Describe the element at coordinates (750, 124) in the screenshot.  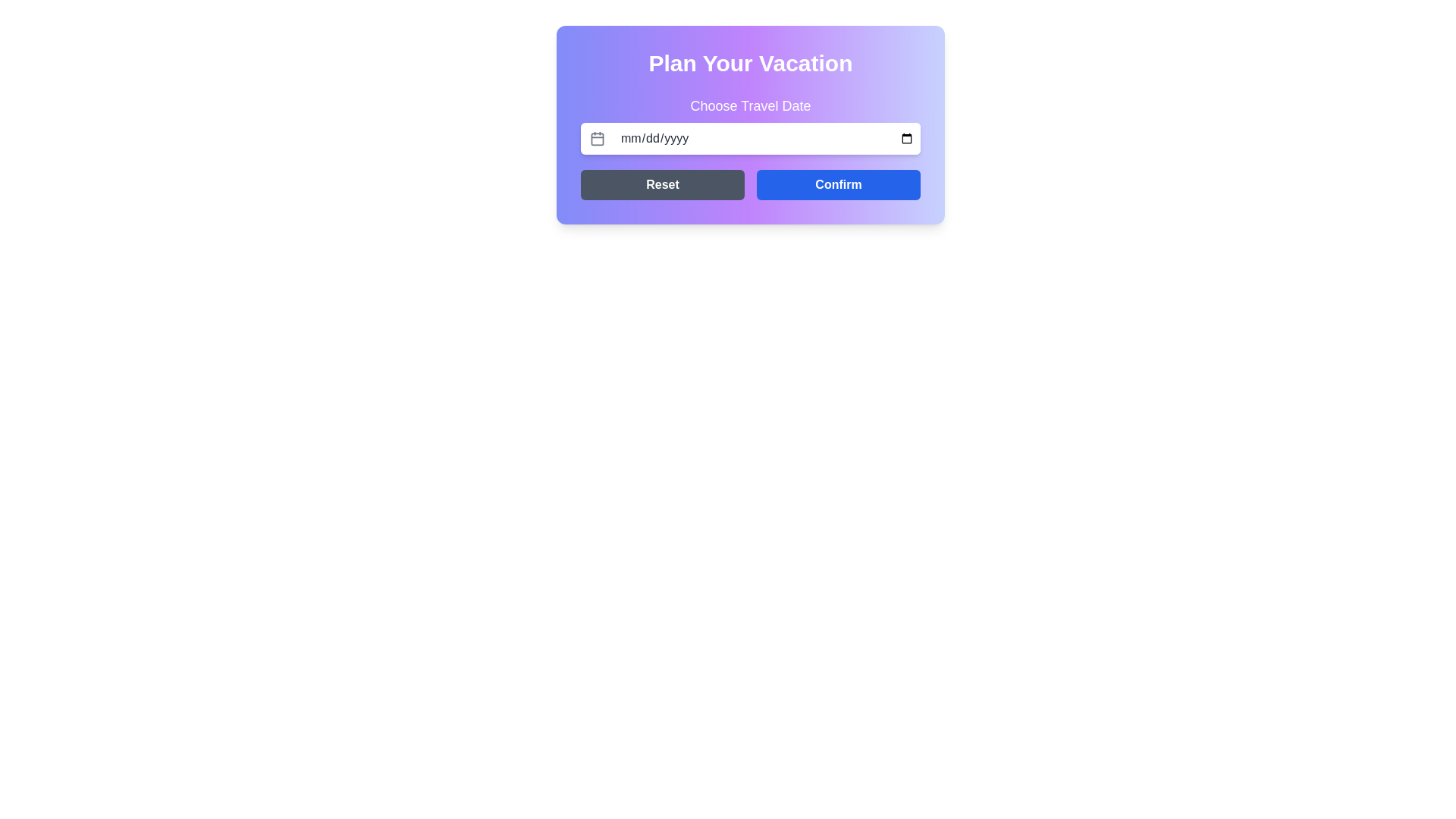
I see `a date using the calendar icon of the Date Picker Input titled 'Choose Travel Date', which is visually represented with a placeholder 'mm/dd/yyyy'` at that location.